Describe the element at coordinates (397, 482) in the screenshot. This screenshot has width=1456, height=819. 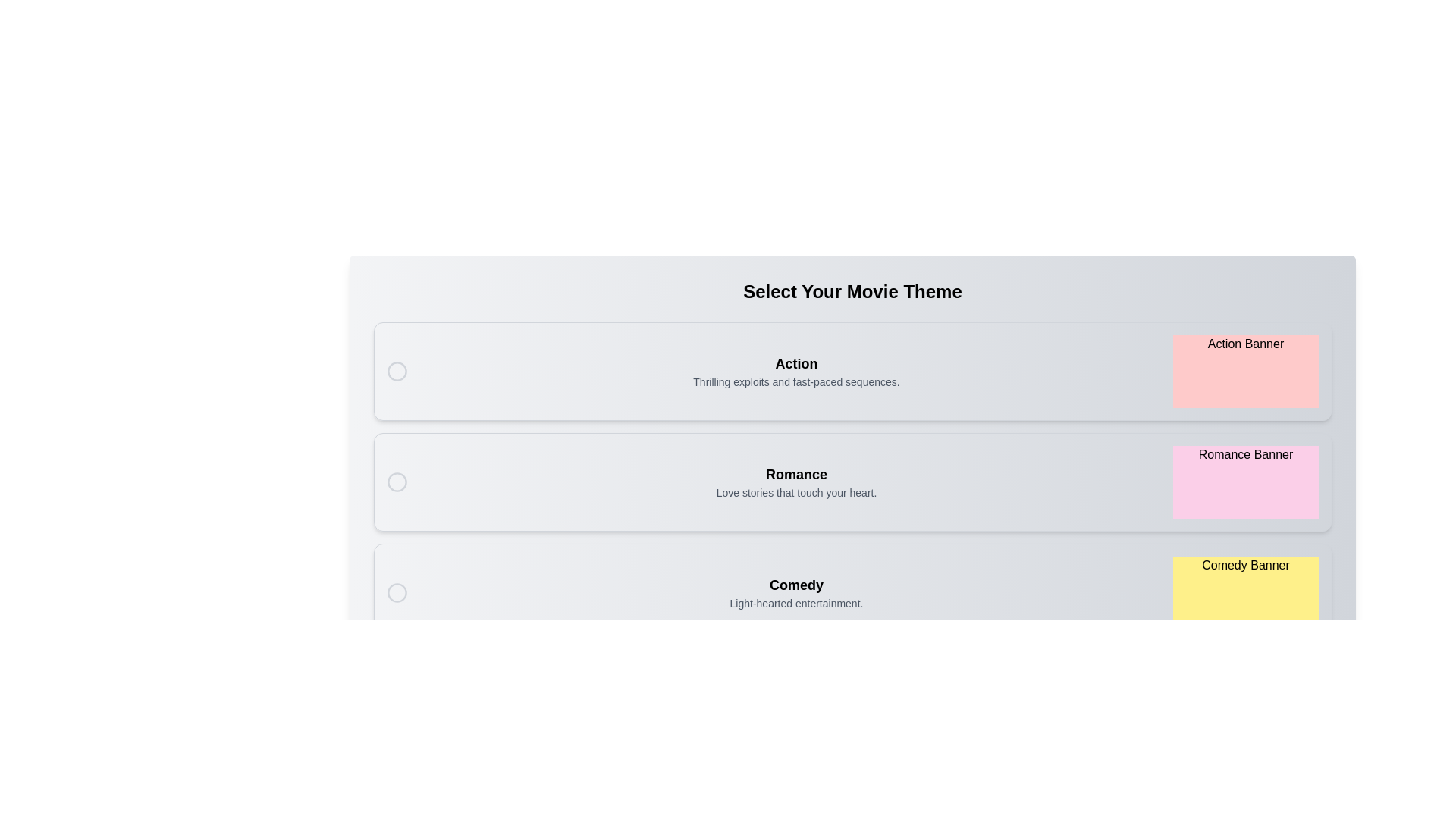
I see `the radio button associated with the 'Romance' option, which is the second option in a vertical list of three` at that location.